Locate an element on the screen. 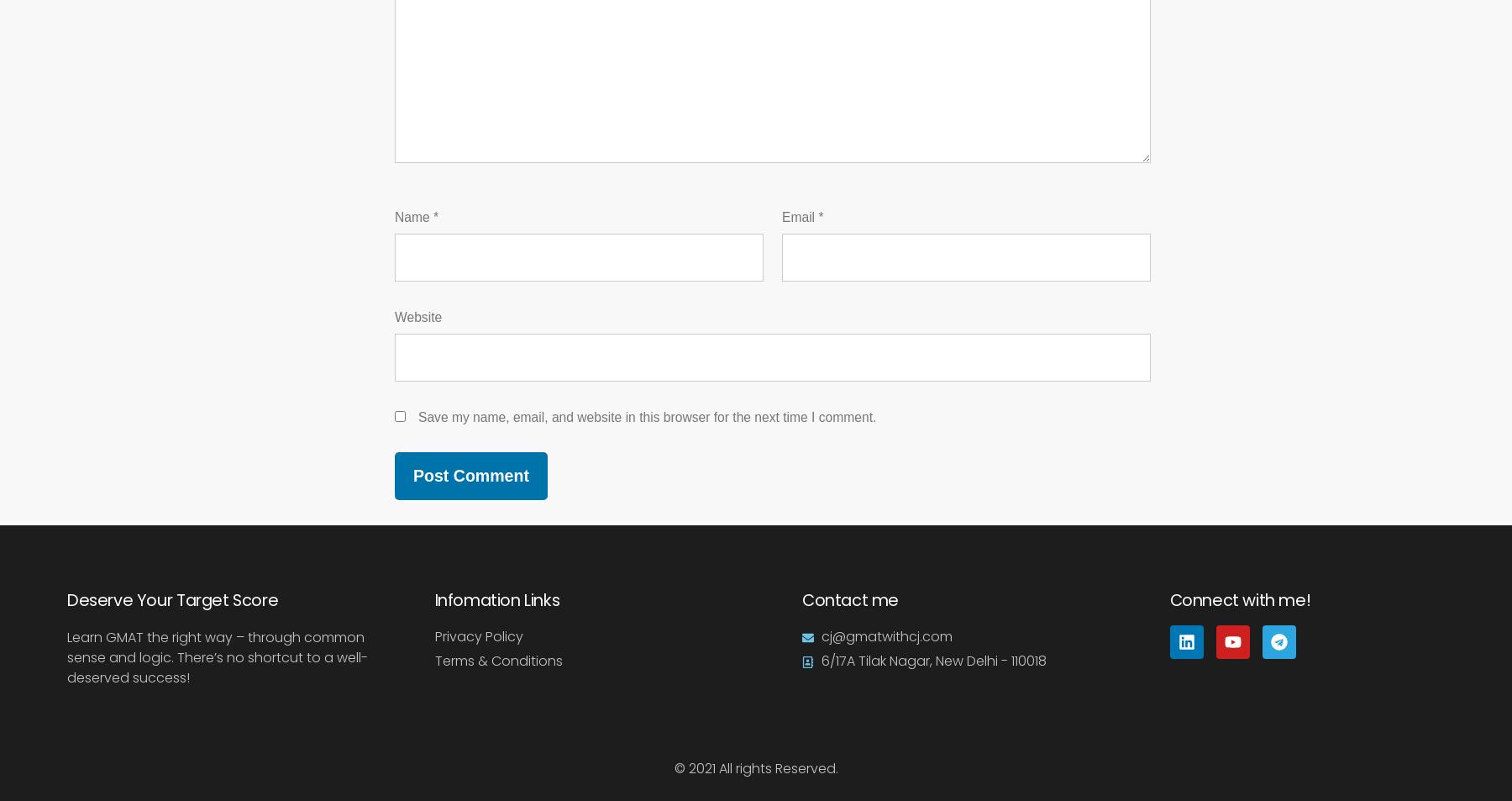  'Terms & Conditions' is located at coordinates (497, 660).